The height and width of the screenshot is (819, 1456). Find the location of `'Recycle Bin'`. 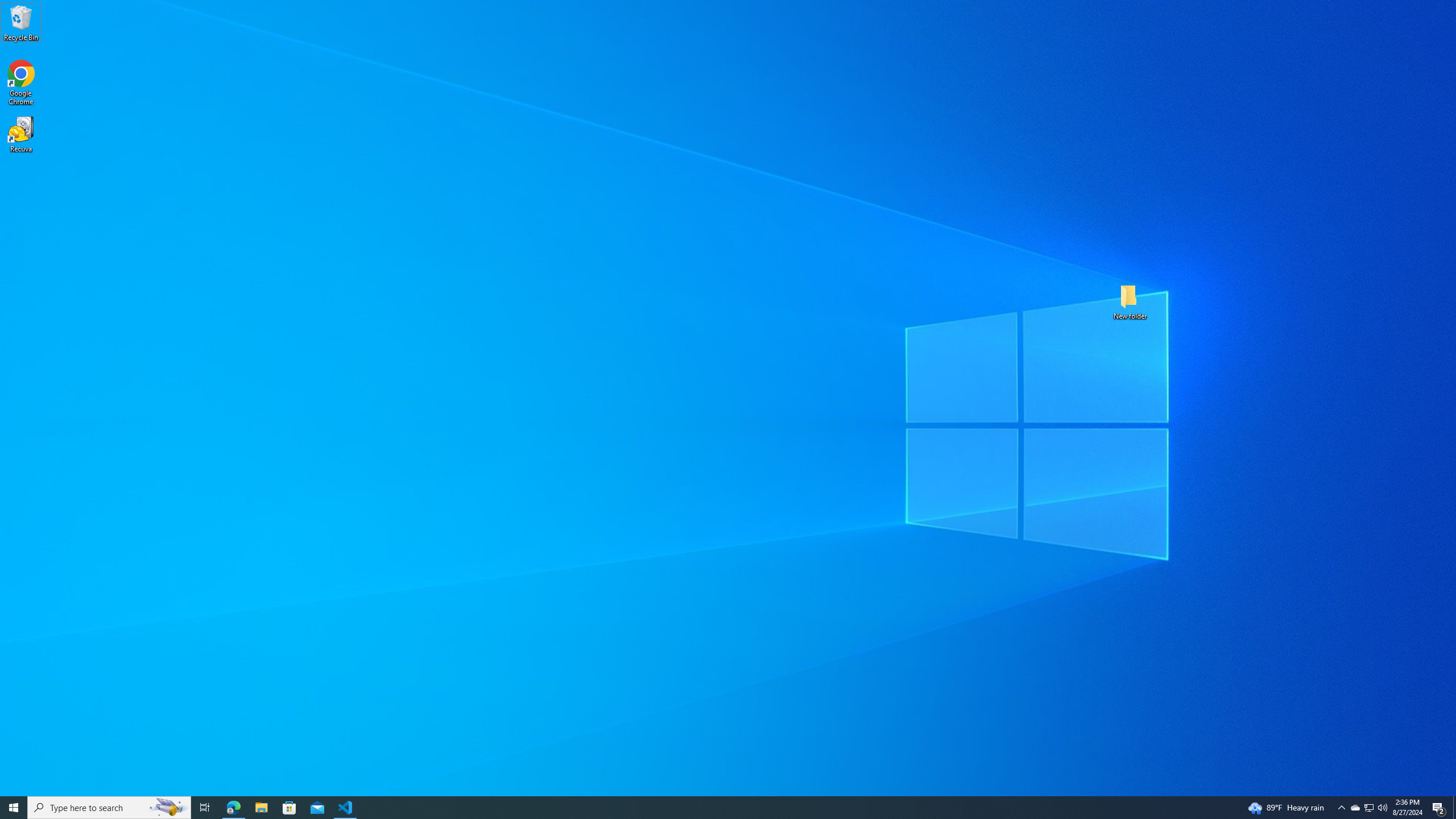

'Recycle Bin' is located at coordinates (20, 22).